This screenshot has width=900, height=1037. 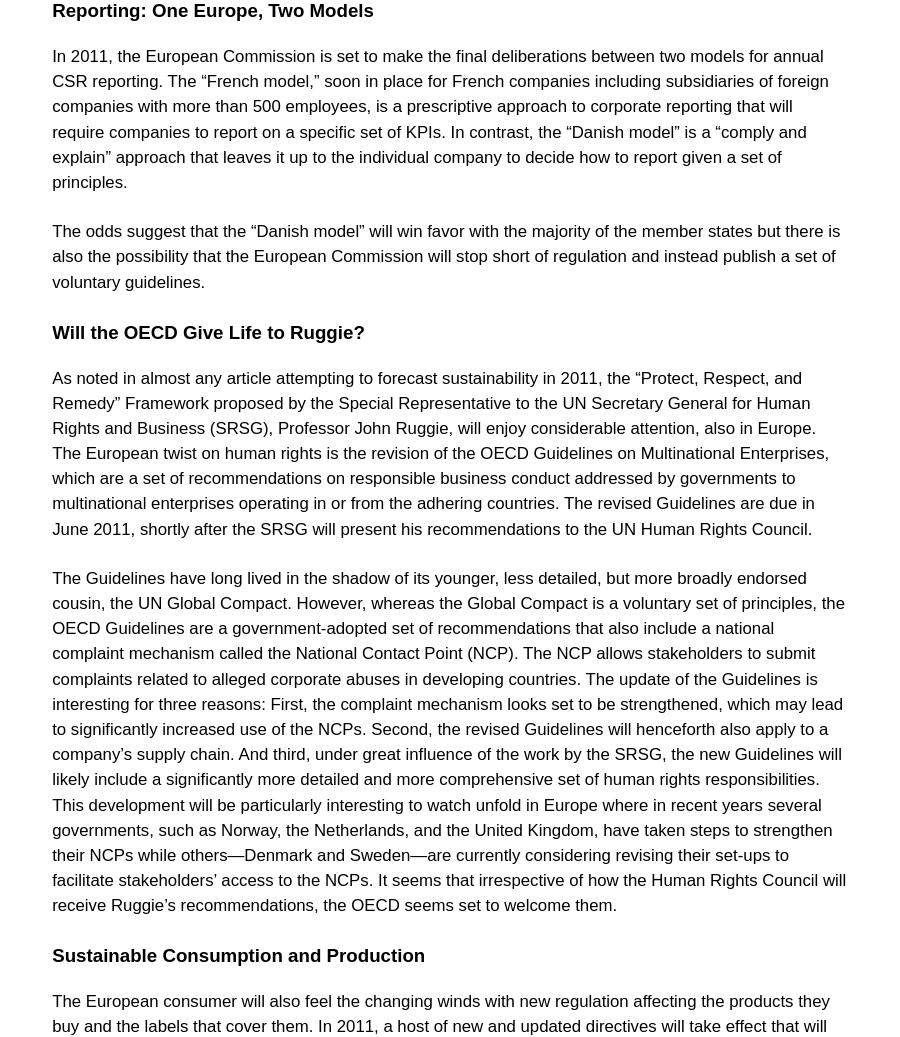 What do you see at coordinates (456, 50) in the screenshot?
I see `'| Business Coaltion Committed to Combating Human Trafficking in Operations and Supply Chains'` at bounding box center [456, 50].